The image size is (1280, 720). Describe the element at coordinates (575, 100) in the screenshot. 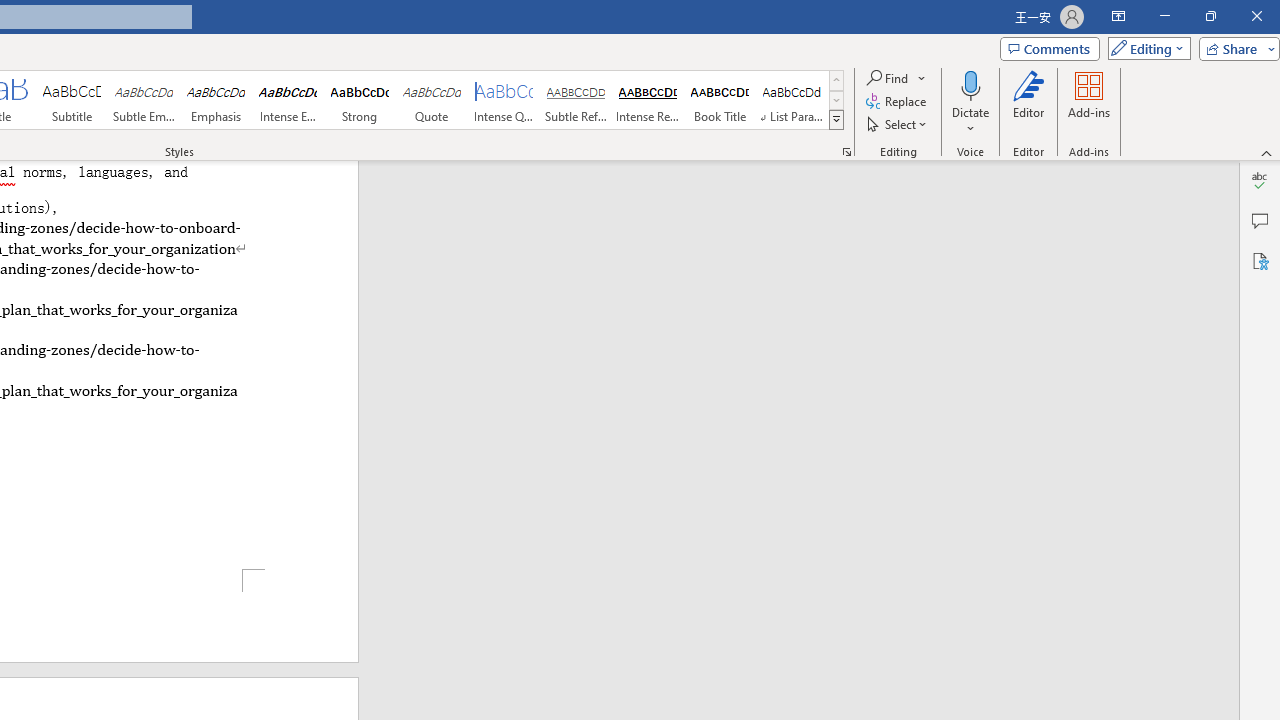

I see `'Subtle Reference'` at that location.